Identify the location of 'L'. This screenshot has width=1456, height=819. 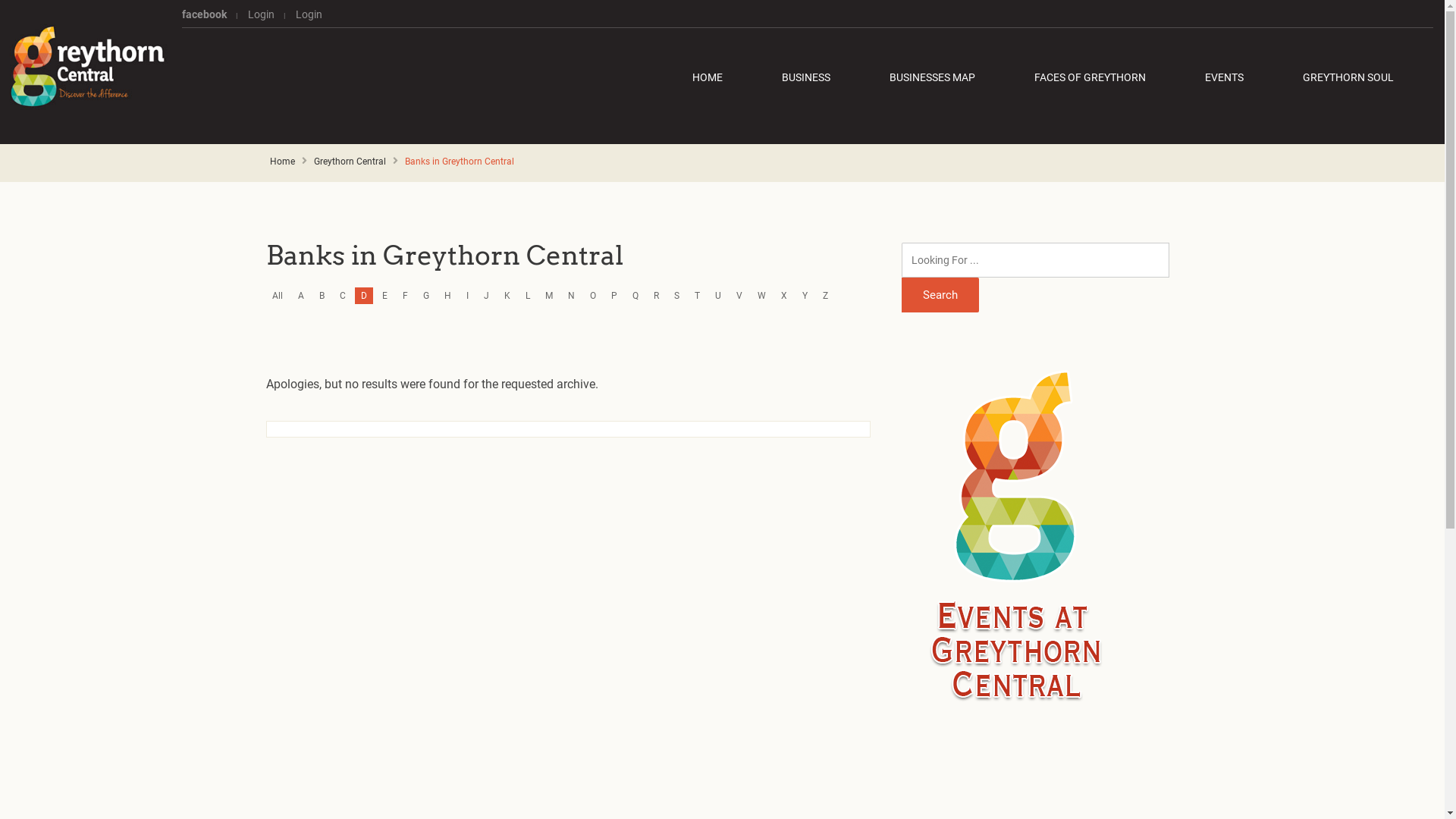
(528, 295).